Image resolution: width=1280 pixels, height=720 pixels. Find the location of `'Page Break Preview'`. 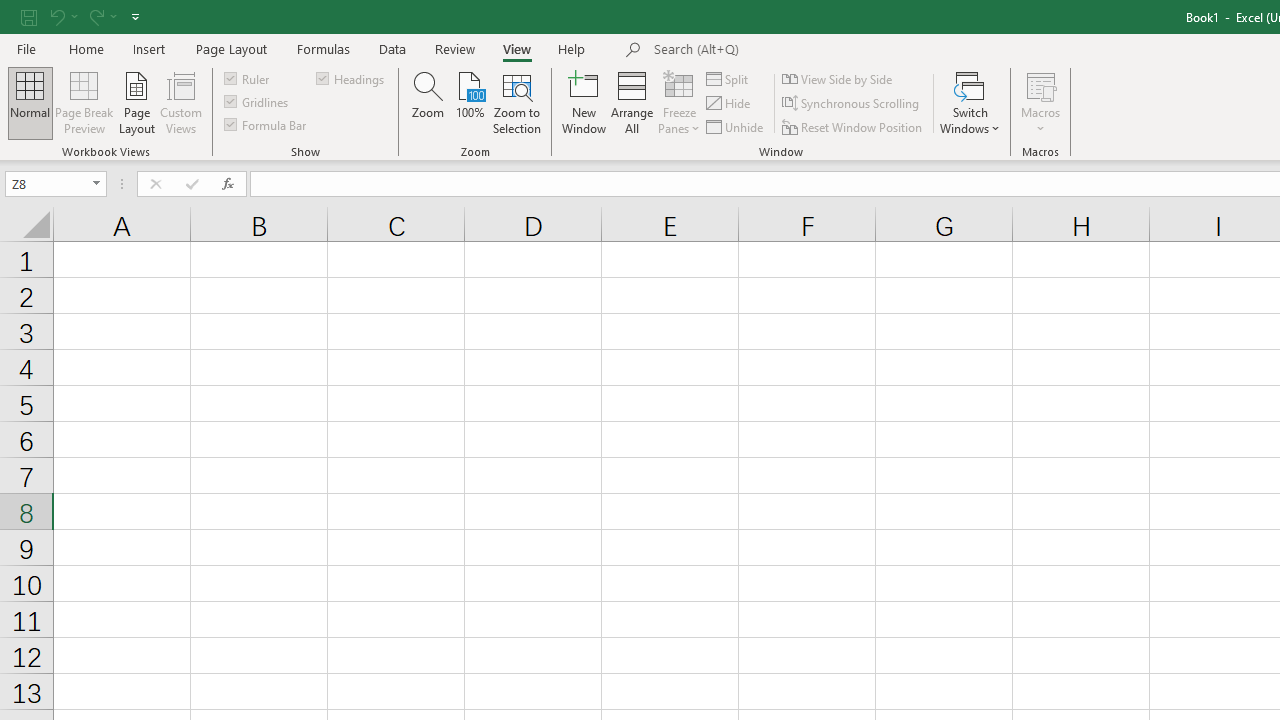

'Page Break Preview' is located at coordinates (83, 103).